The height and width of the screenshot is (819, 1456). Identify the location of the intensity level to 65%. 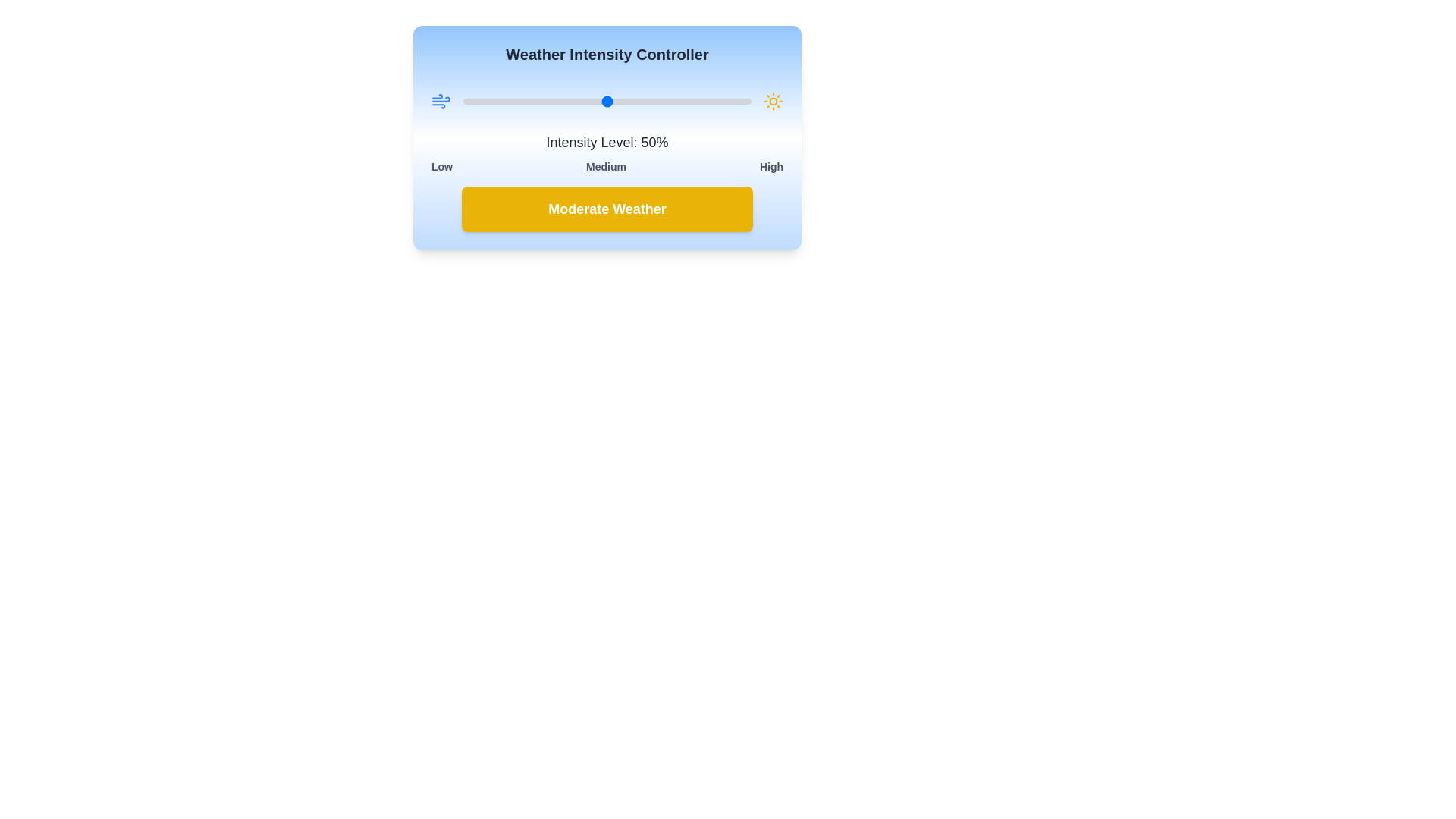
(650, 102).